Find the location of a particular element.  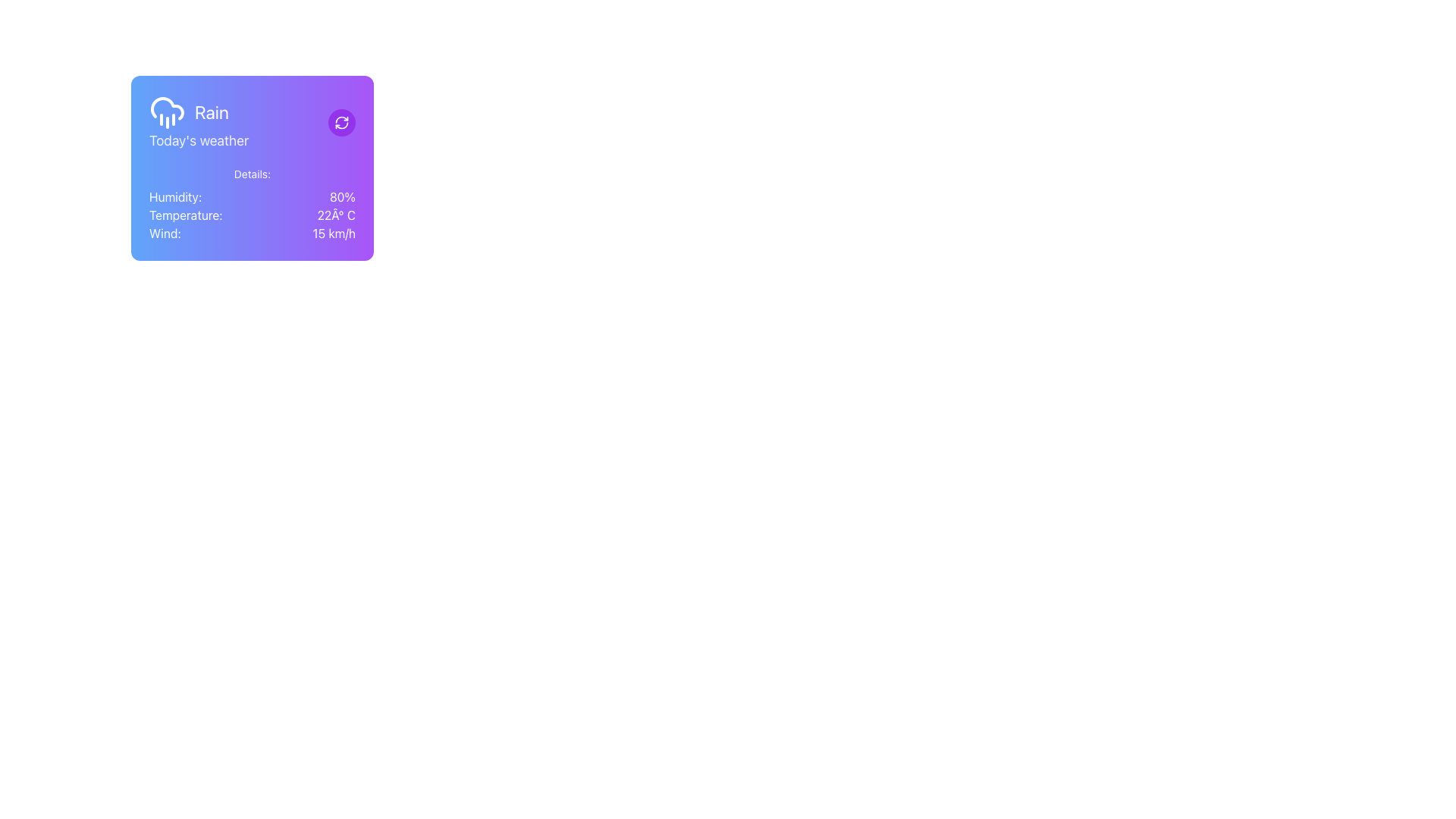

the text label displaying the current weather condition 'Rain', positioned to the right of a cloud with rain icon in the weather information panel is located at coordinates (211, 111).